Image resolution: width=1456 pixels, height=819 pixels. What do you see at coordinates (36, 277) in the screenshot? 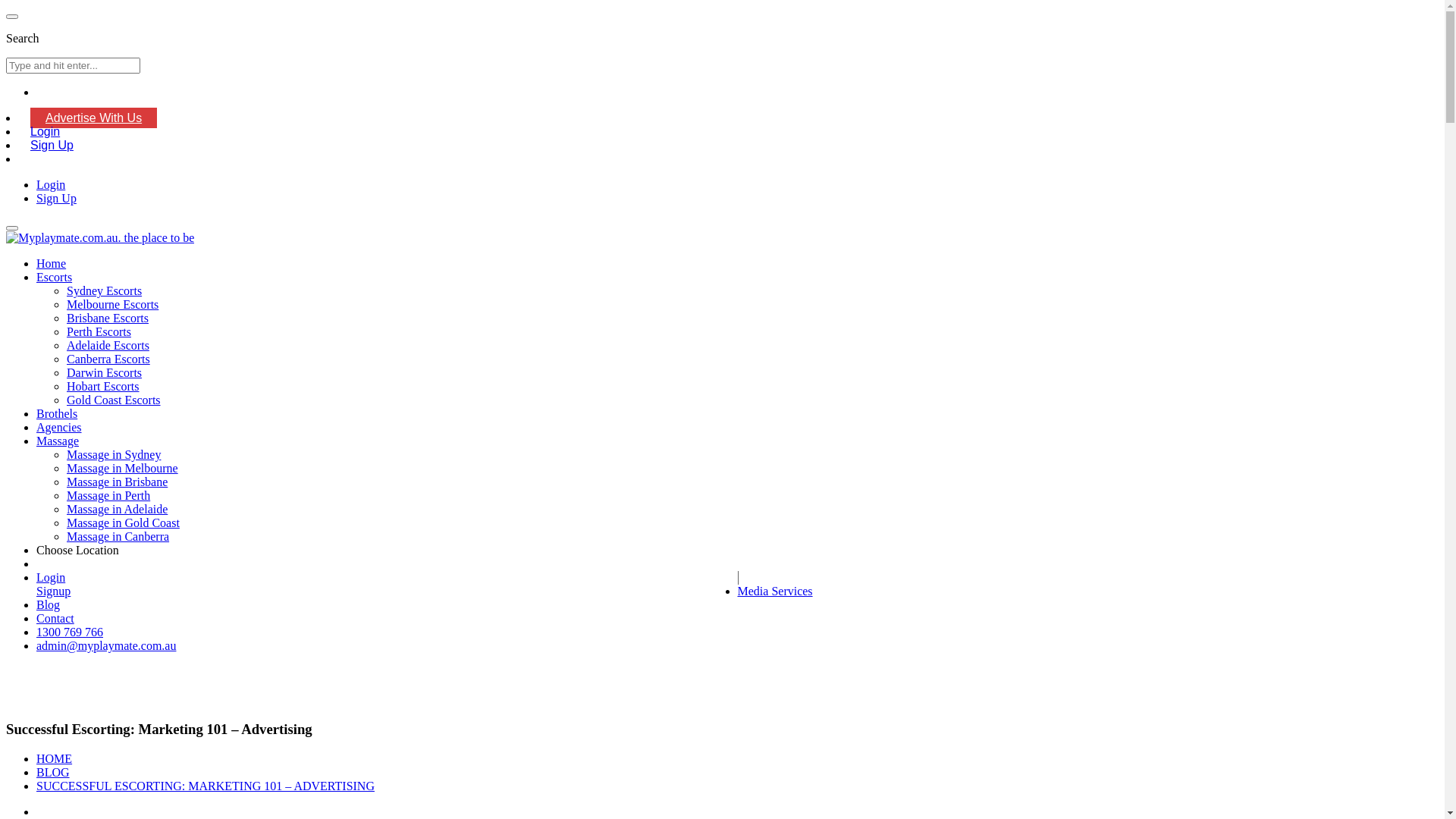
I see `'Escorts'` at bounding box center [36, 277].